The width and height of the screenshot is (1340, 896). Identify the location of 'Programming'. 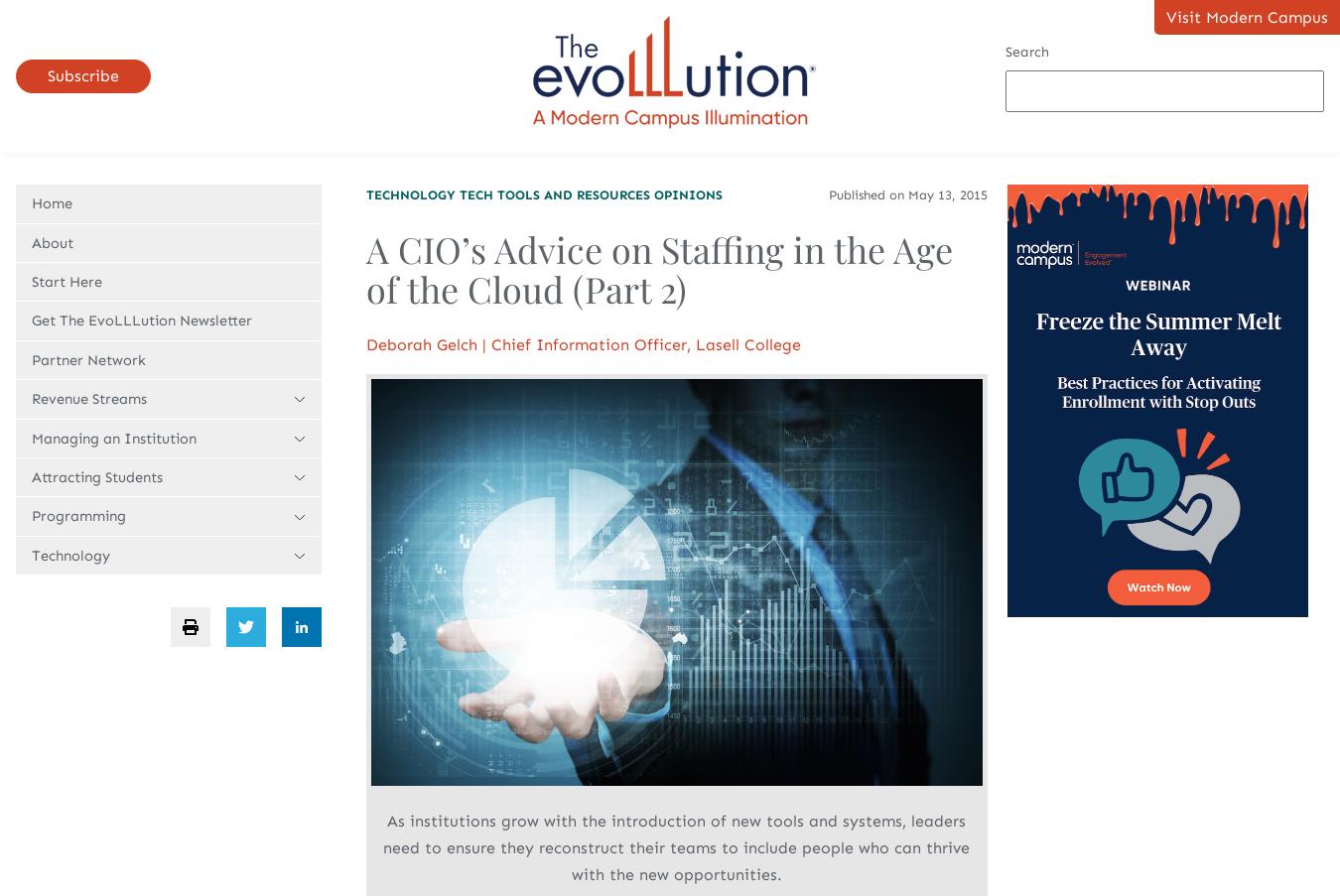
(77, 515).